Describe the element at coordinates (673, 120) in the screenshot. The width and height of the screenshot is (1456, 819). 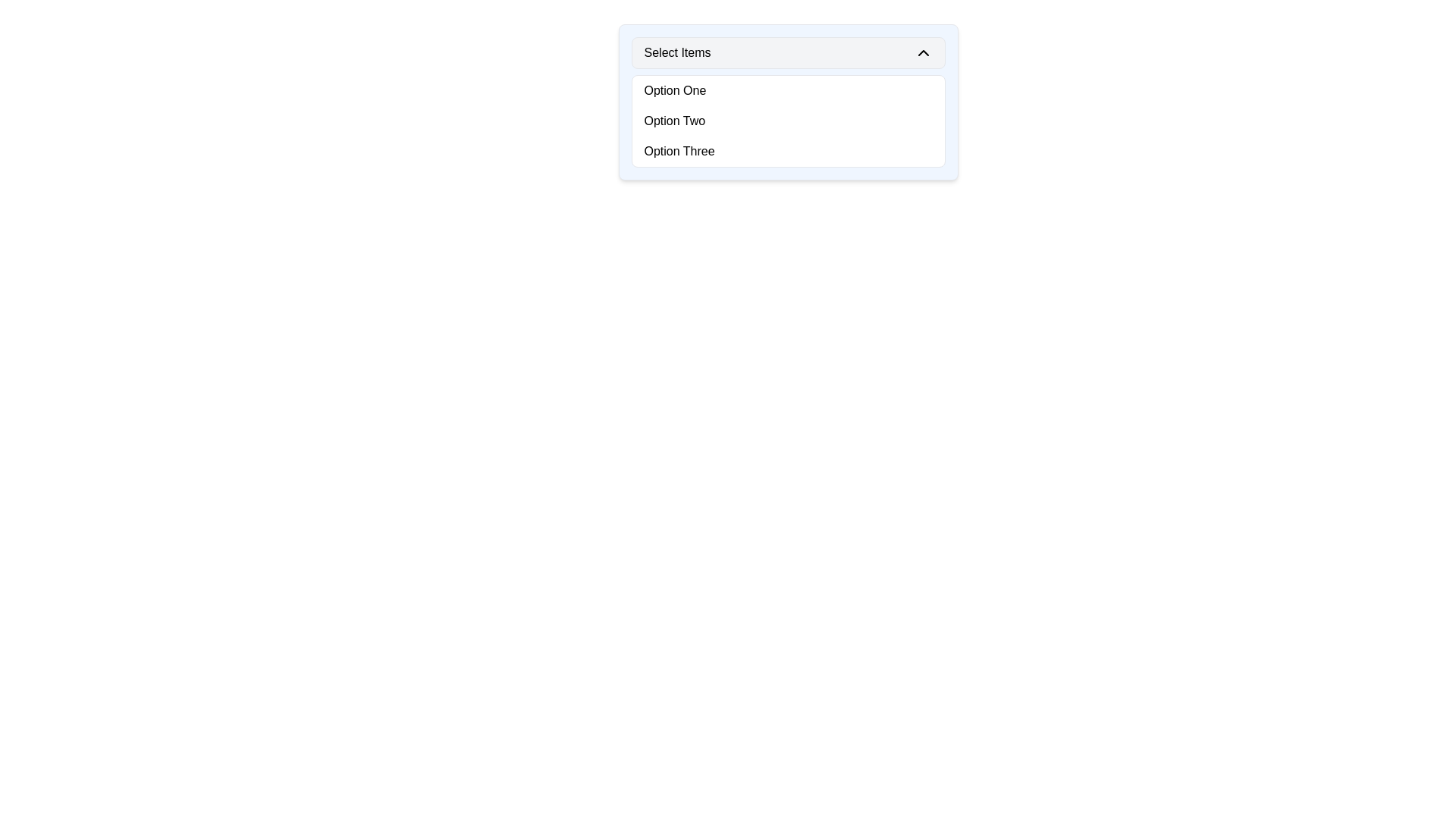
I see `the List item displaying 'Option Two' in the dropdown menu` at that location.